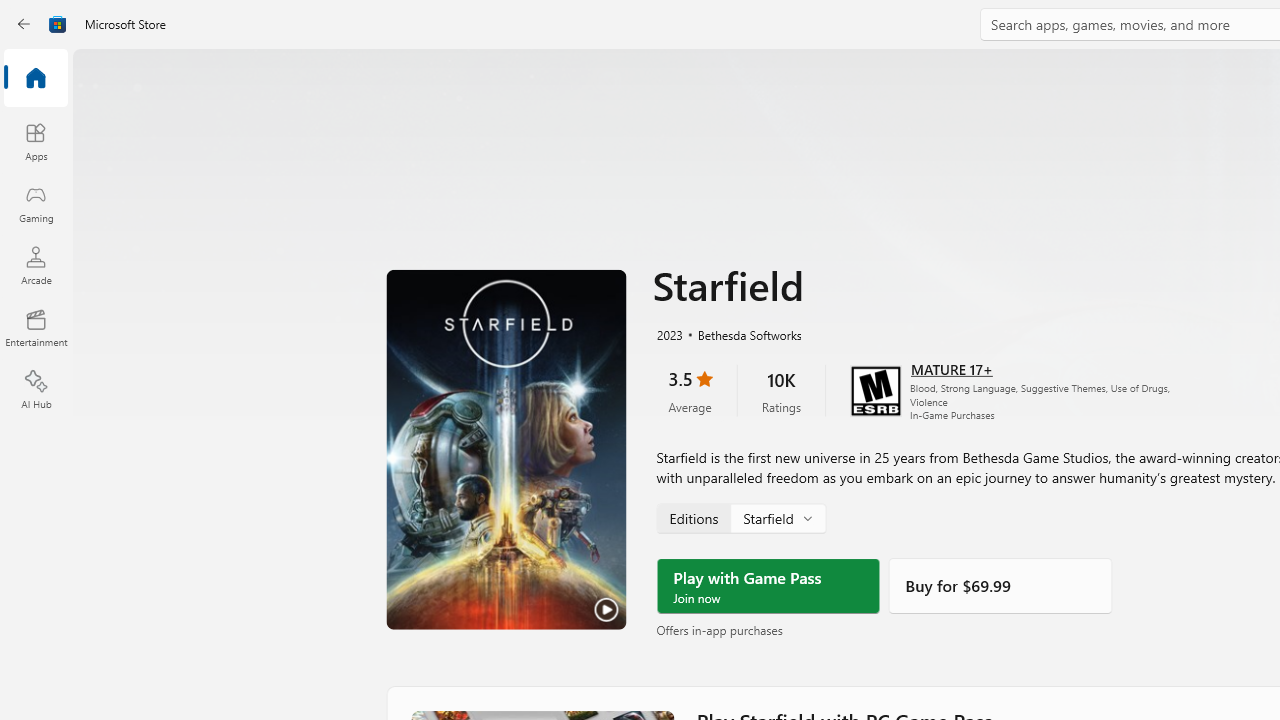  Describe the element at coordinates (1000, 585) in the screenshot. I see `'Buy'` at that location.